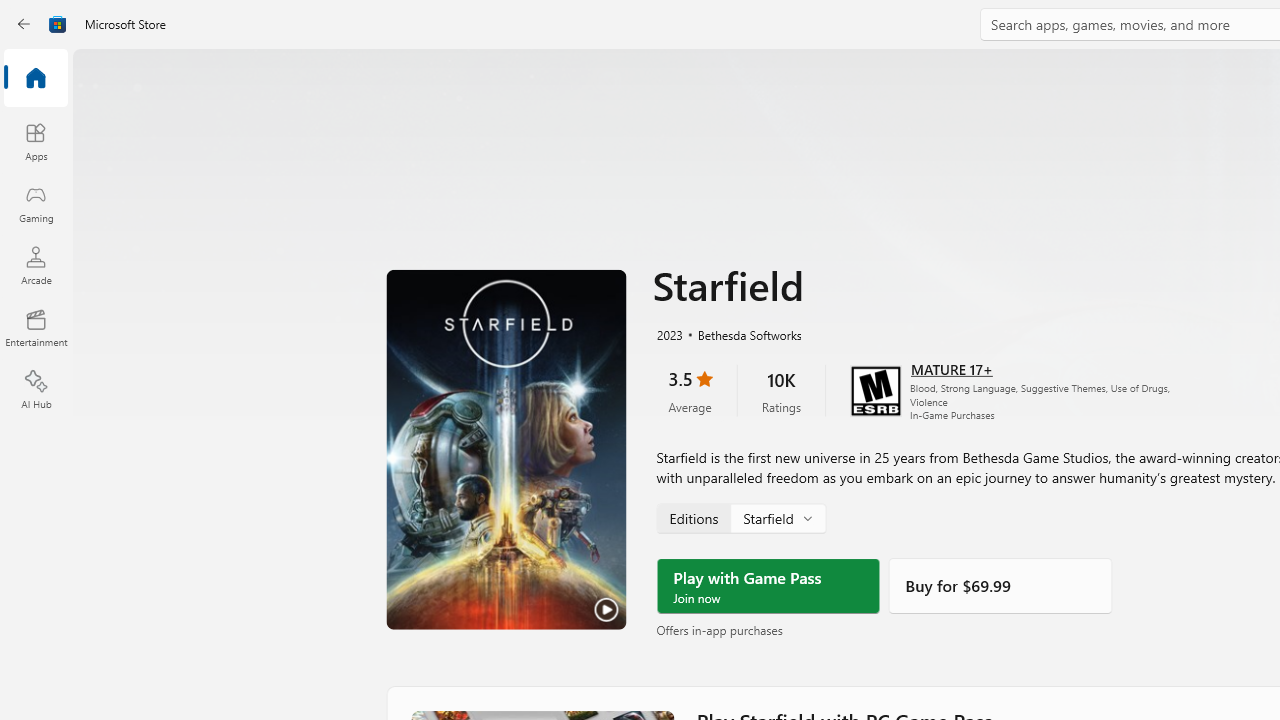  Describe the element at coordinates (1000, 585) in the screenshot. I see `'Buy'` at that location.